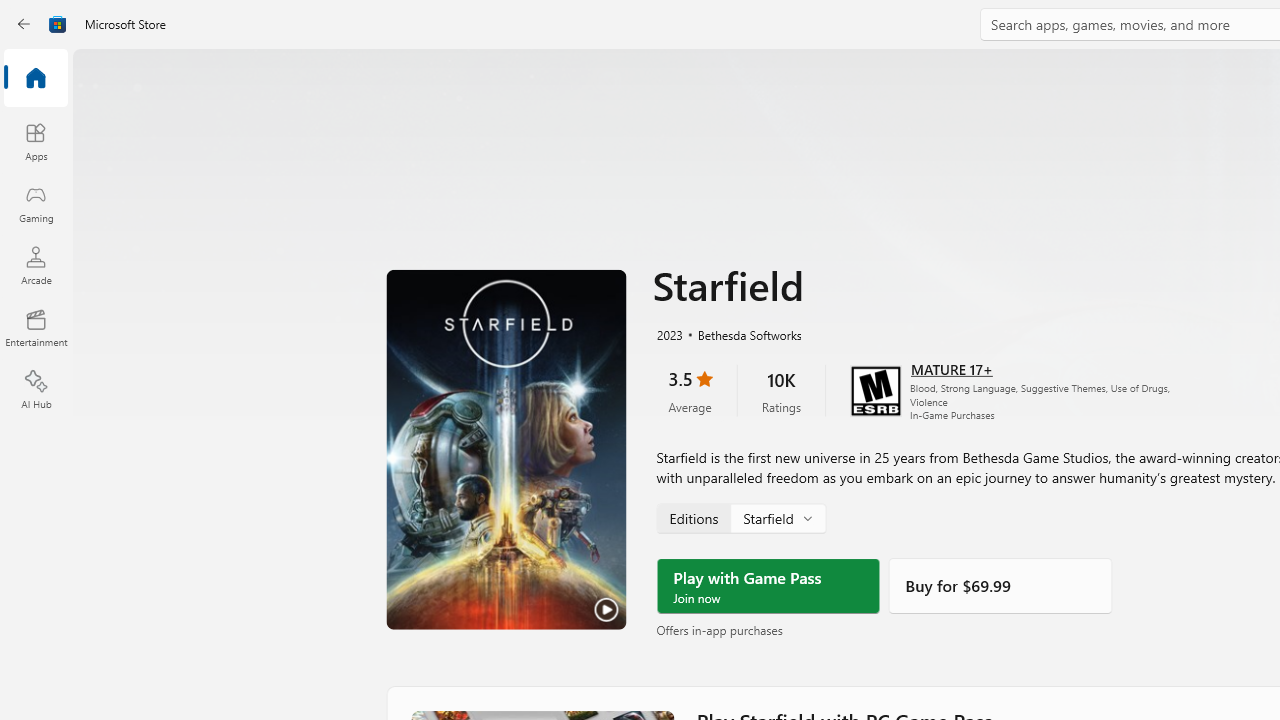  Describe the element at coordinates (1000, 585) in the screenshot. I see `'Buy'` at that location.